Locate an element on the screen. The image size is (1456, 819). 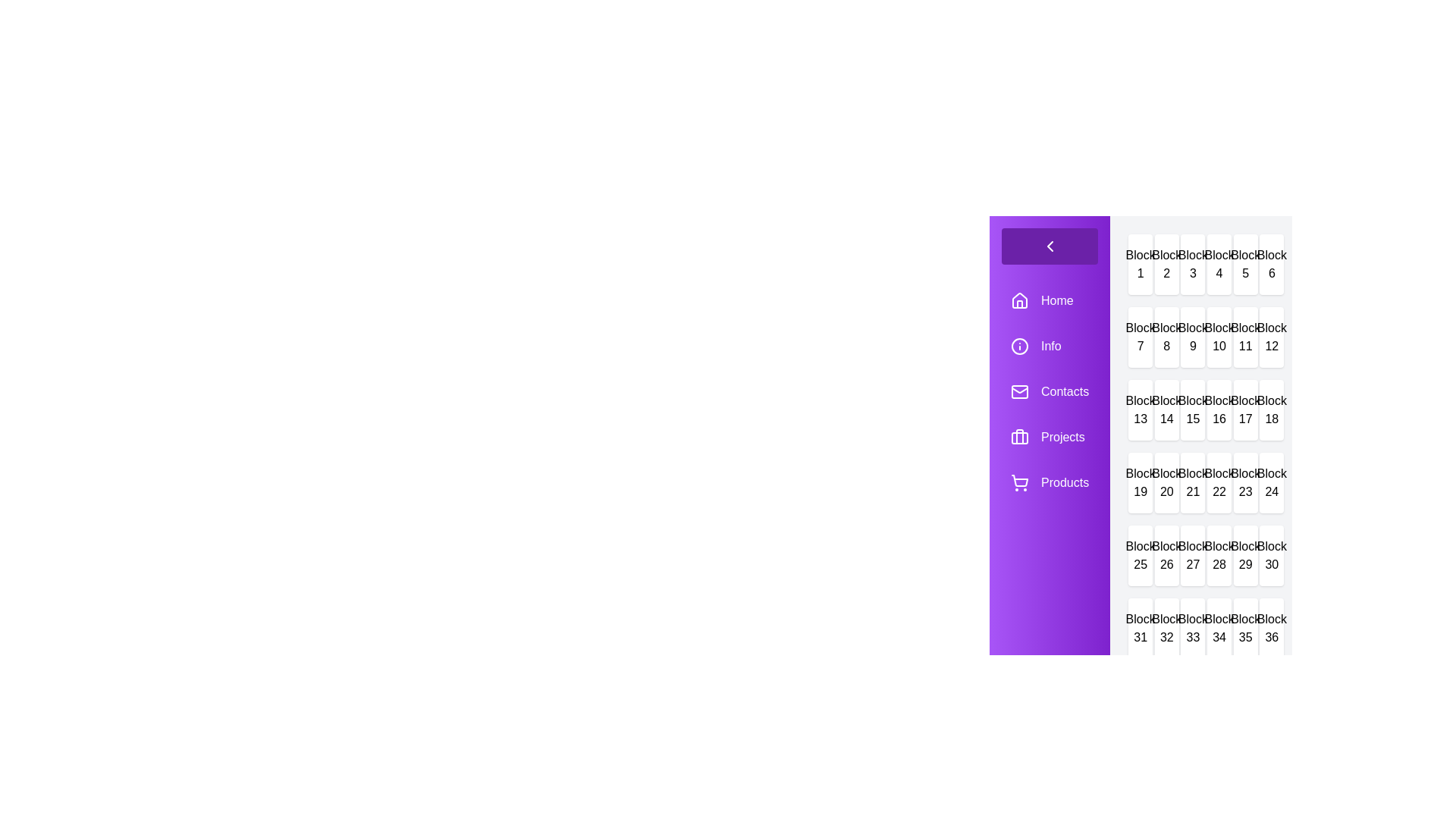
the menu item labeled Home to navigate is located at coordinates (1048, 301).